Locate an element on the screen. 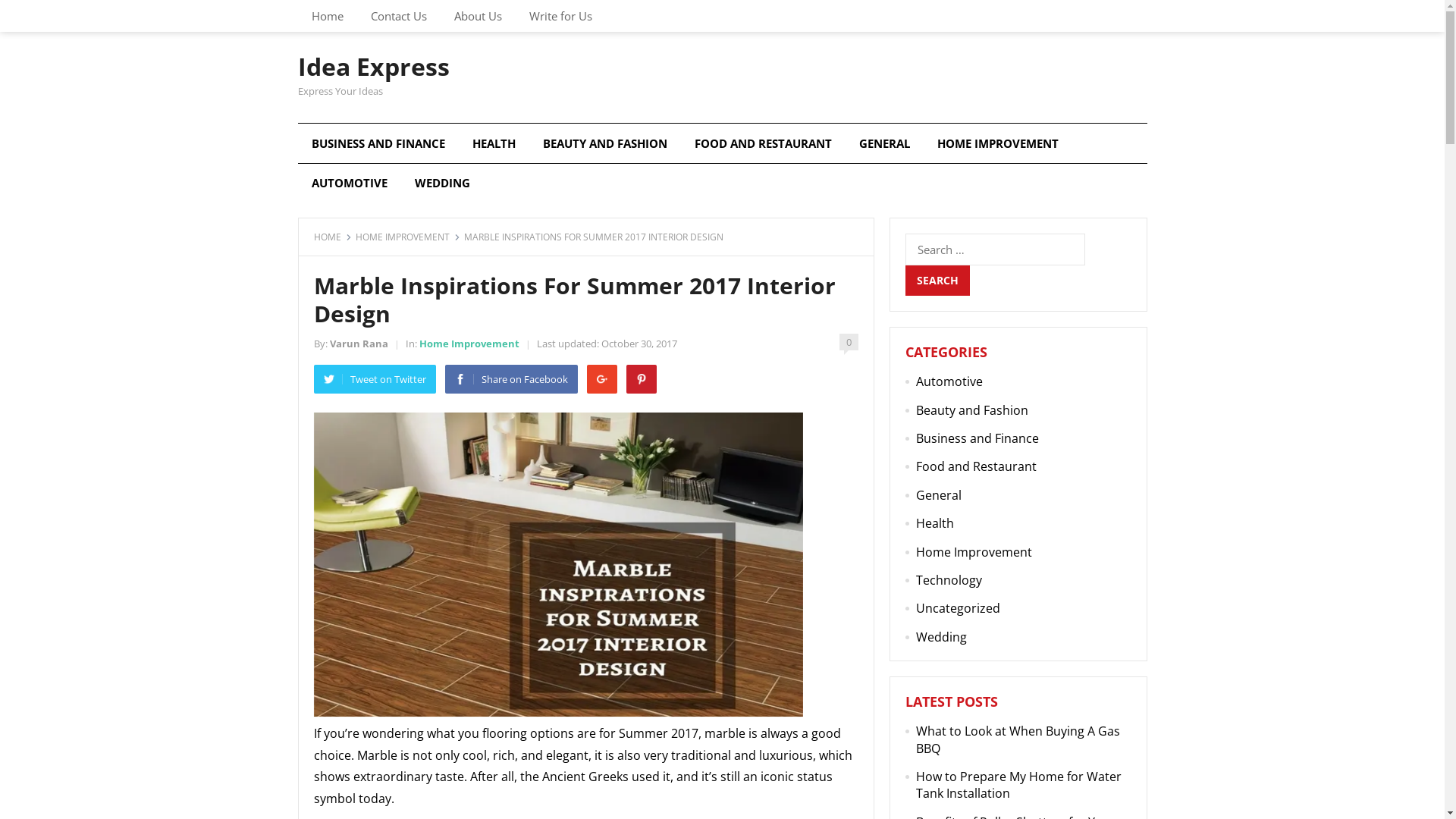  'AUTOMOTIVE' is located at coordinates (348, 181).